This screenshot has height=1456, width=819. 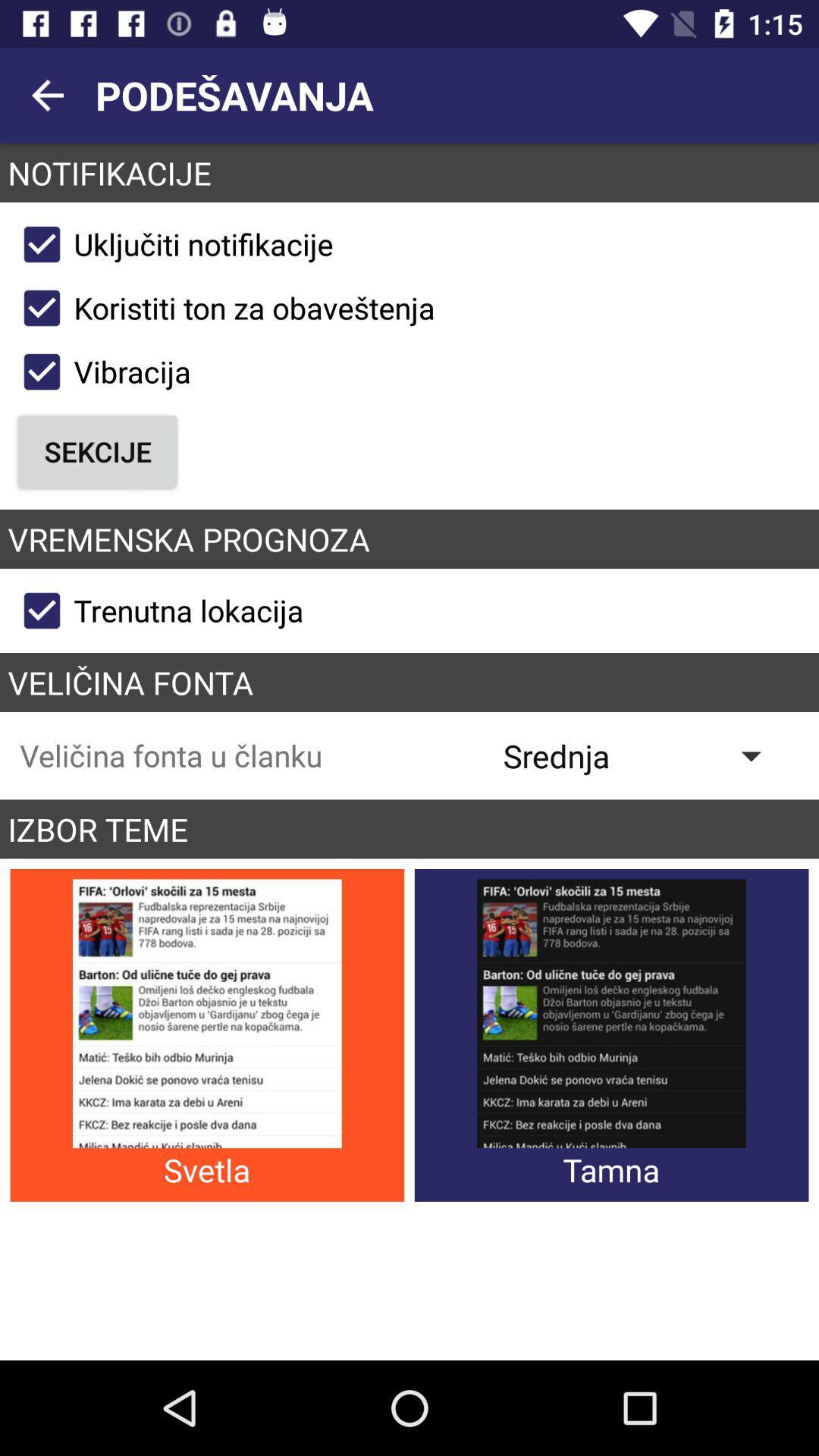 What do you see at coordinates (222, 308) in the screenshot?
I see `the check box above second` at bounding box center [222, 308].